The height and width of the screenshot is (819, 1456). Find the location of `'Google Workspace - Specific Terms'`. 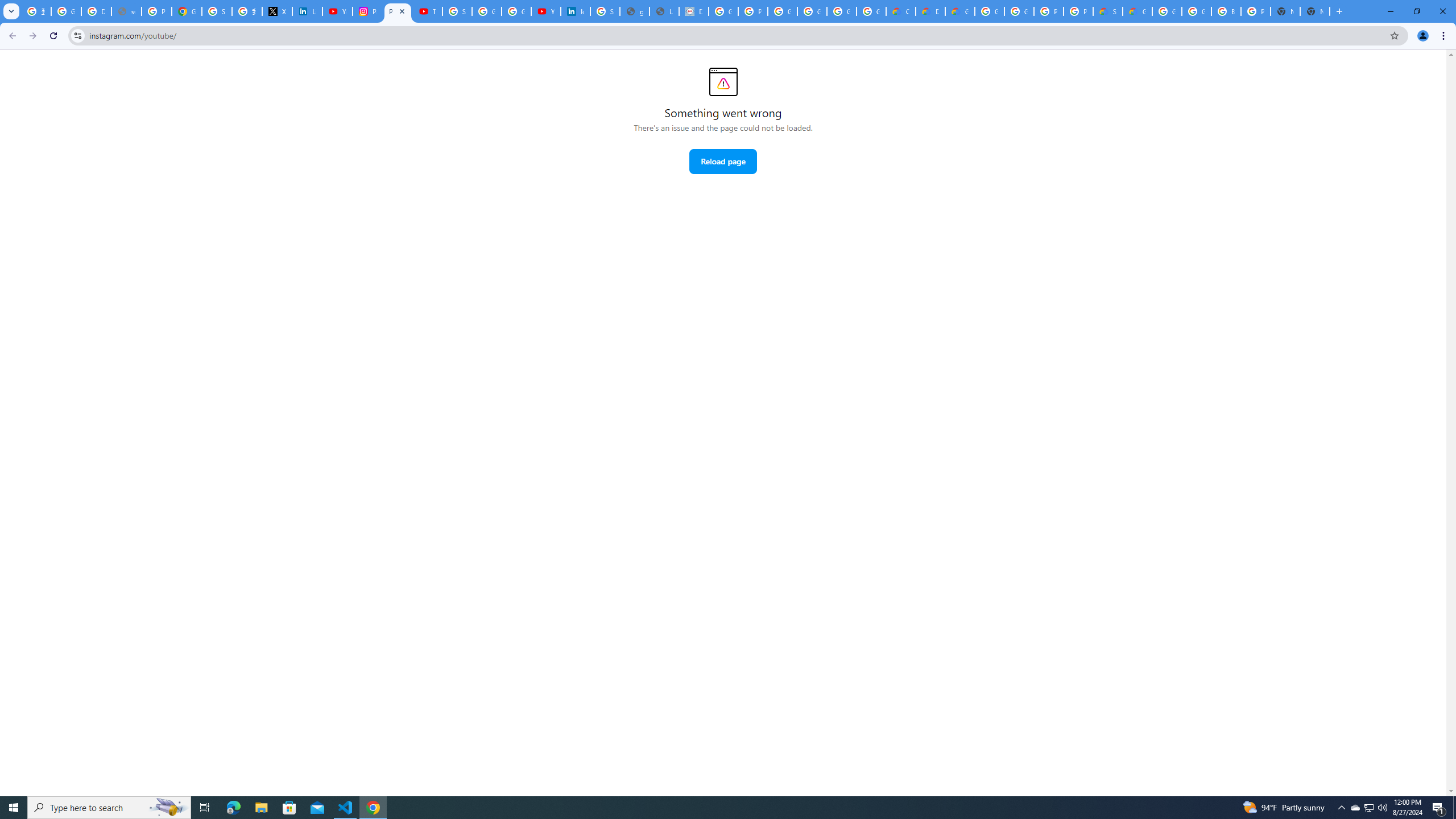

'Google Workspace - Specific Terms' is located at coordinates (841, 11).